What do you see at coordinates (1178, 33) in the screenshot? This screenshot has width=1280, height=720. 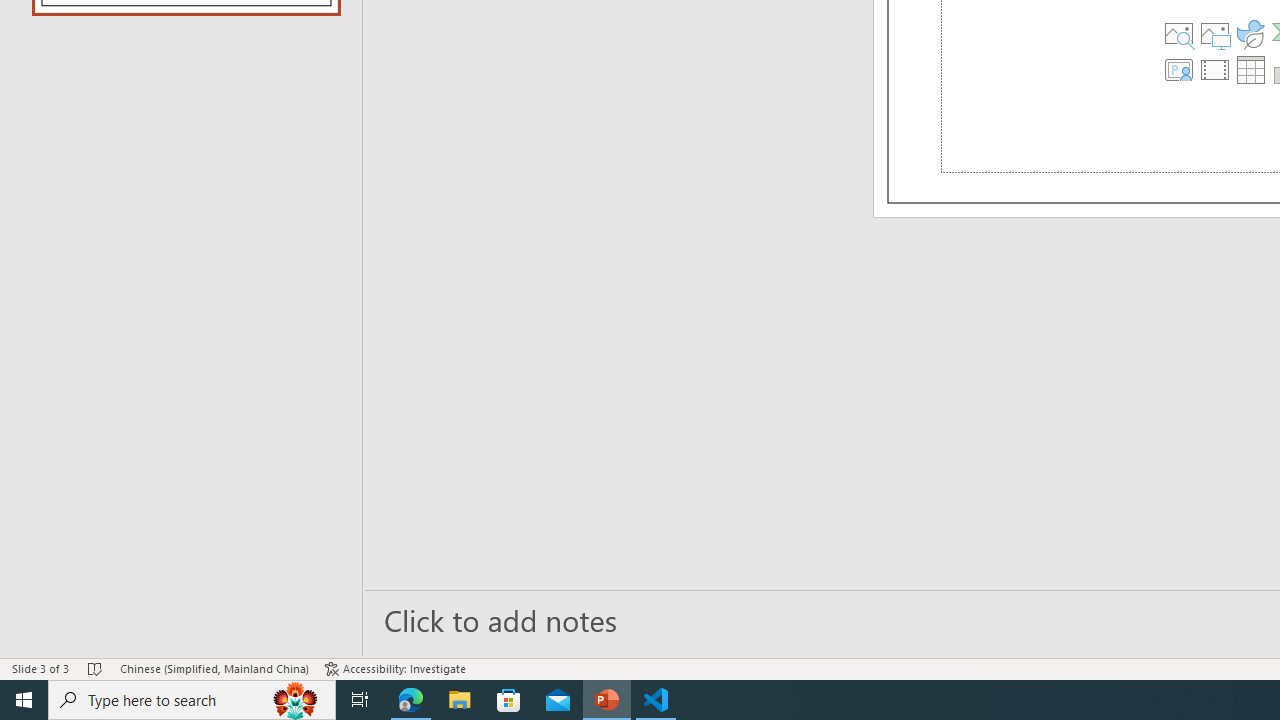 I see `'Stock Images'` at bounding box center [1178, 33].